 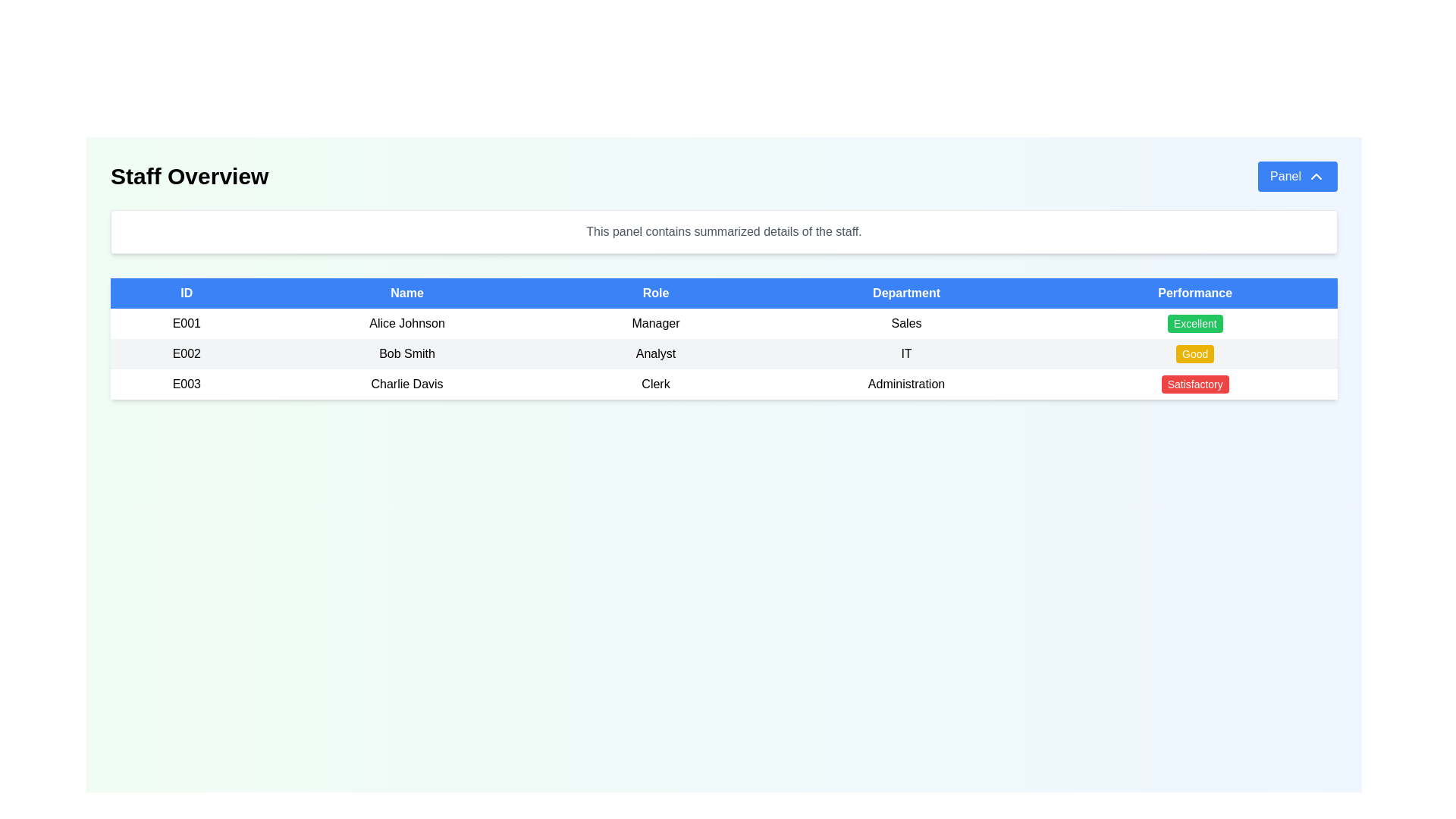 What do you see at coordinates (655, 323) in the screenshot?
I see `the static text field displaying the role 'Manager' for the employee 'Alice Johnson' located in the third column under the 'Role' header` at bounding box center [655, 323].